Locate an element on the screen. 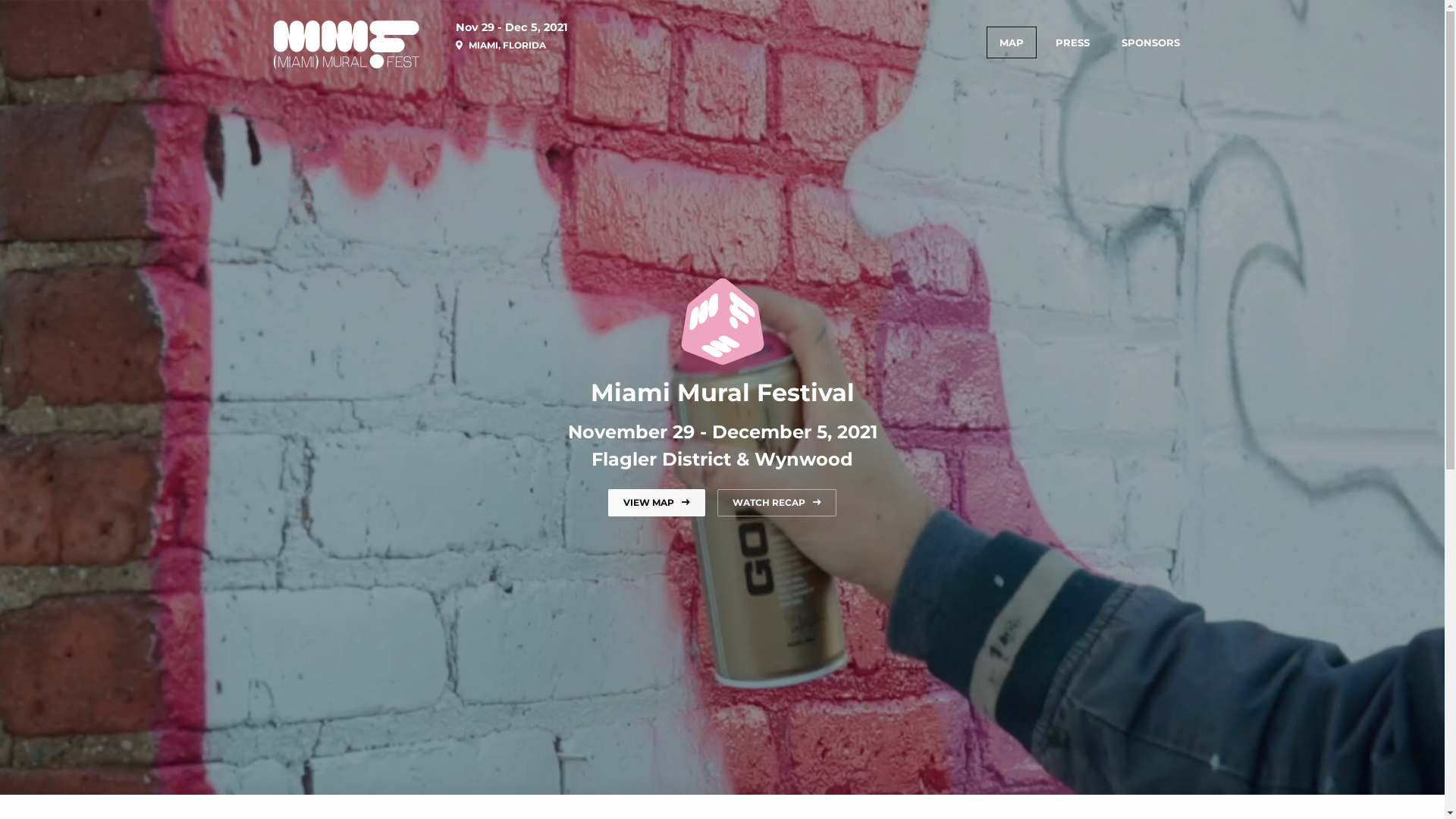 The height and width of the screenshot is (819, 1456). 'PRESS' is located at coordinates (1071, 42).